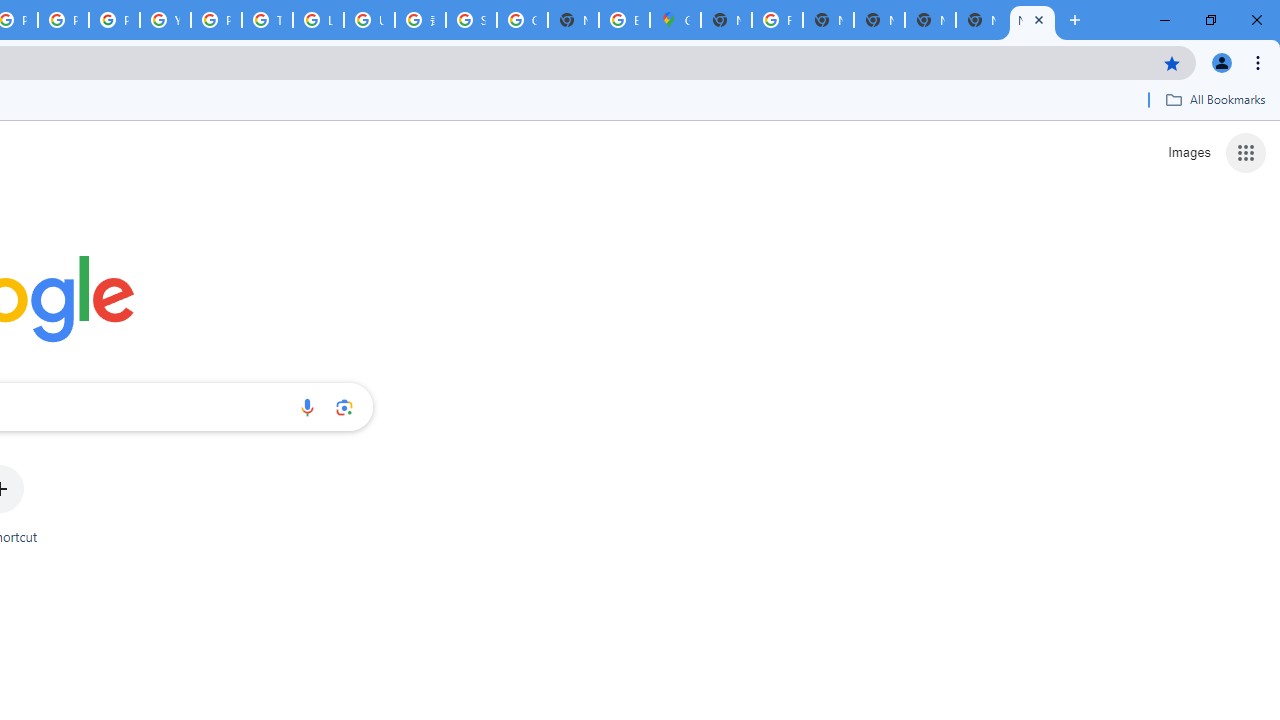 The image size is (1280, 720). I want to click on 'Explore new street-level details - Google Maps Help', so click(623, 20).